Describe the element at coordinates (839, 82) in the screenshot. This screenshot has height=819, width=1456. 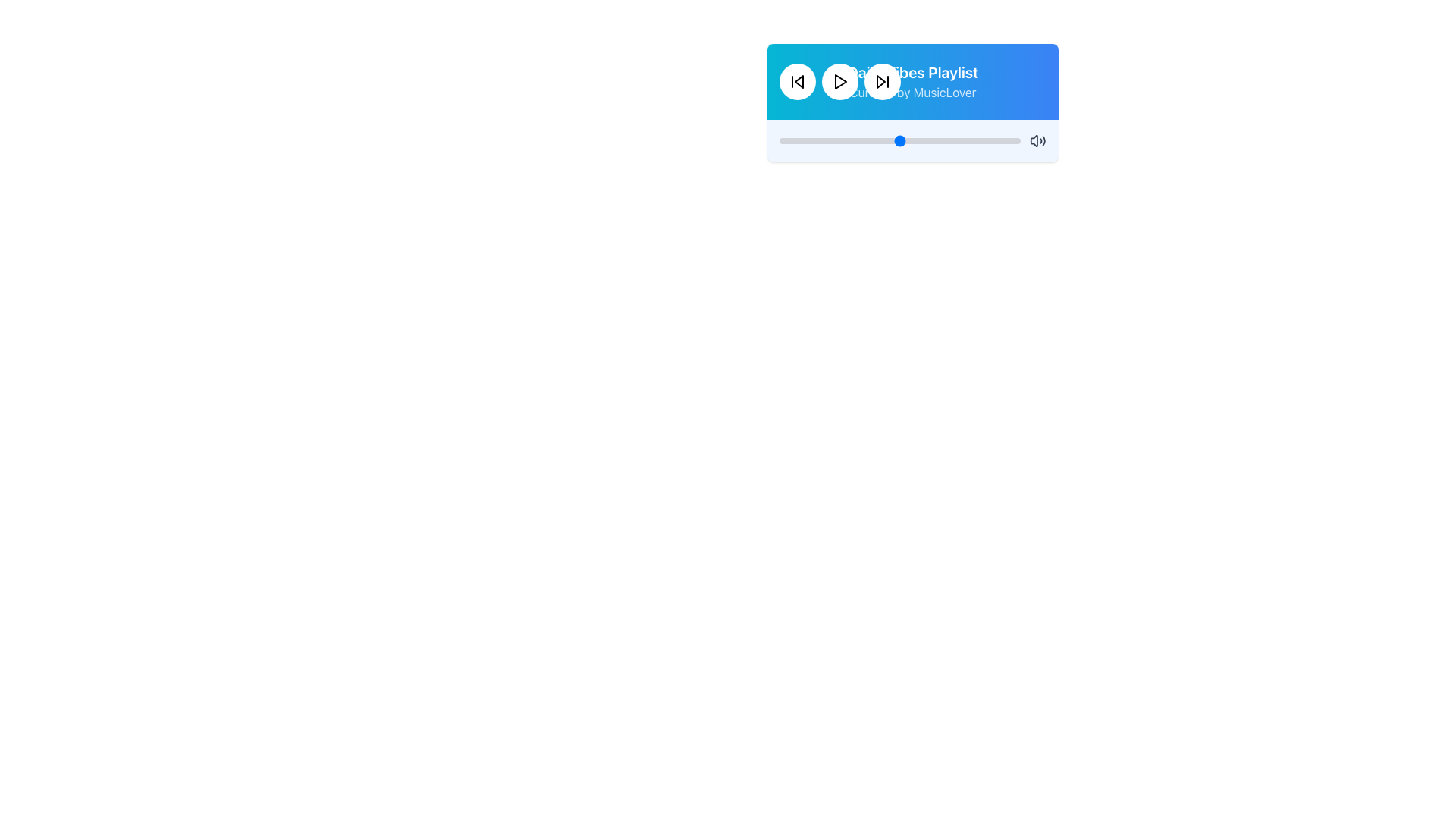
I see `the middle button in the media control bar` at that location.